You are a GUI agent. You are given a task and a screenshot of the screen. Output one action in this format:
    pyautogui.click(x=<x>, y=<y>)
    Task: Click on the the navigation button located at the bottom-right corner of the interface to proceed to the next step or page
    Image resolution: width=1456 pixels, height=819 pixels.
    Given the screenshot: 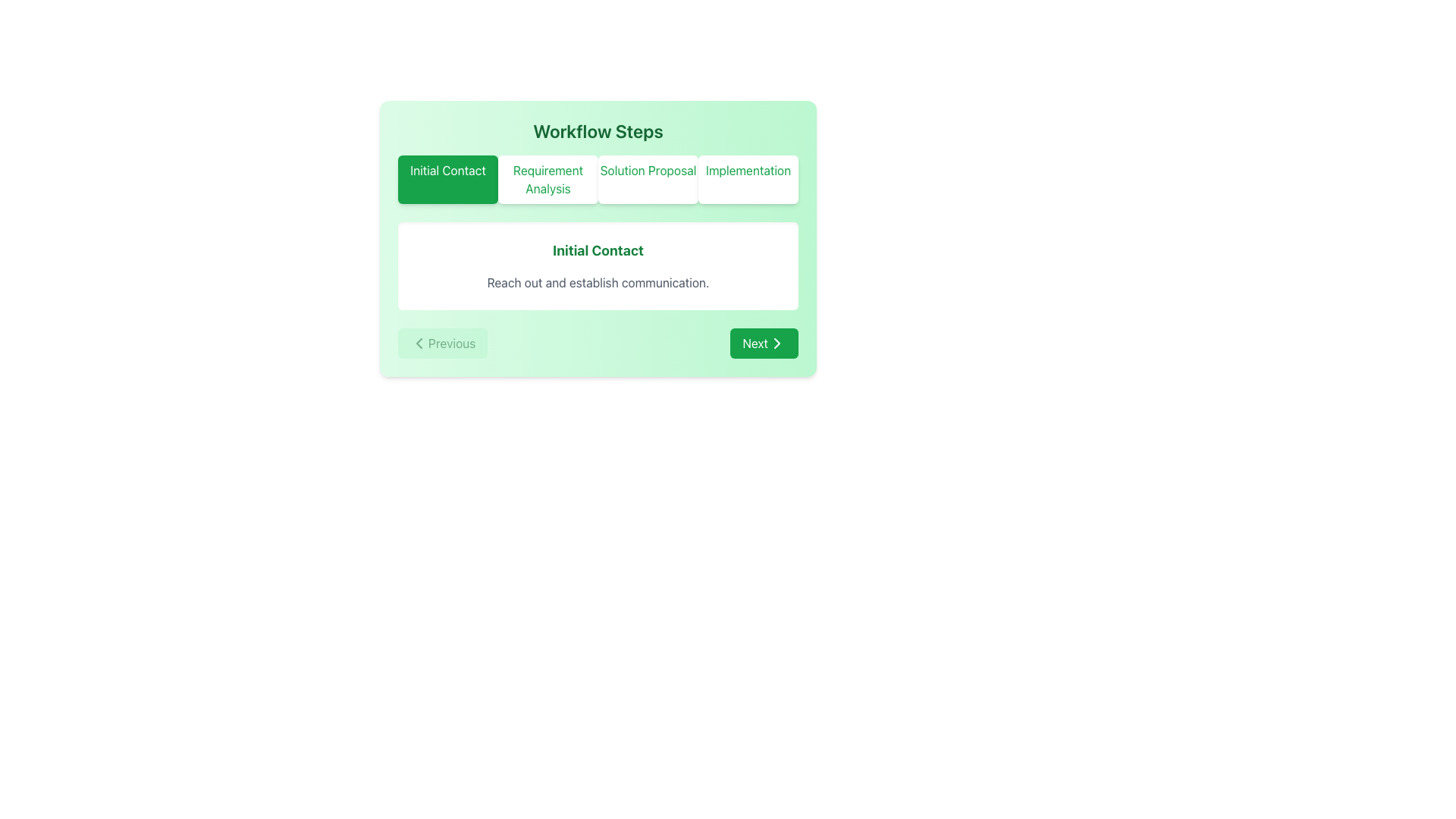 What is the action you would take?
    pyautogui.click(x=764, y=343)
    